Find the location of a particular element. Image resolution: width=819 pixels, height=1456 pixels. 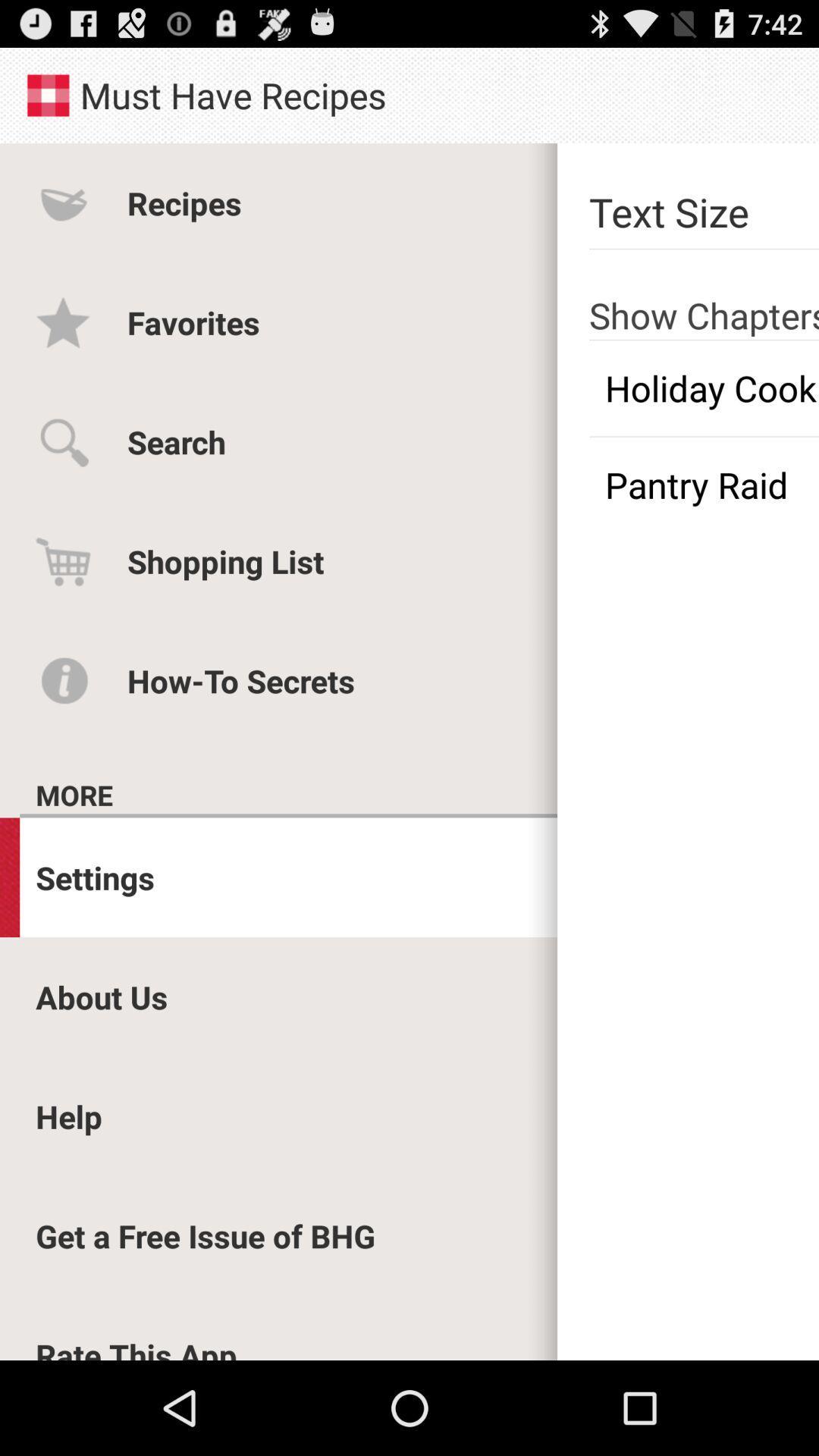

item below holiday cooking icon is located at coordinates (704, 484).